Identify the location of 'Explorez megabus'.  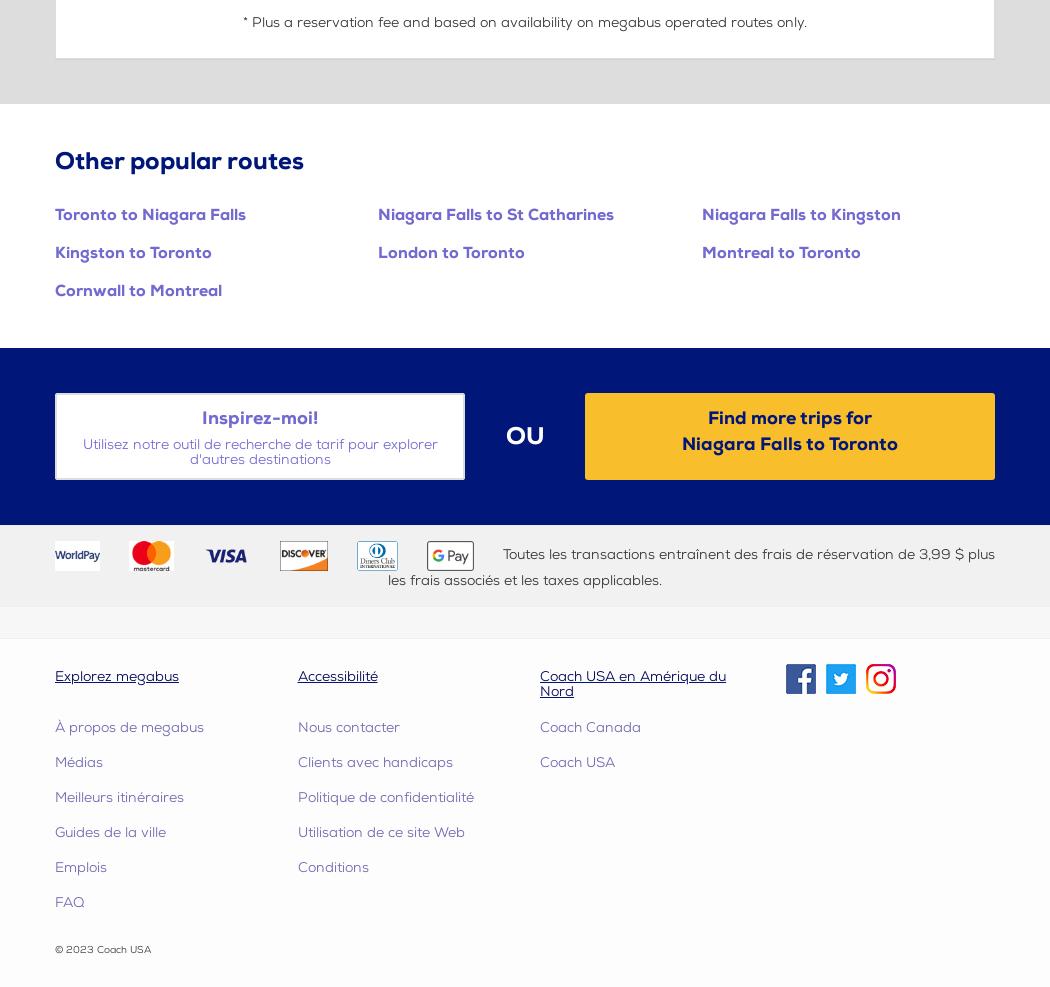
(54, 675).